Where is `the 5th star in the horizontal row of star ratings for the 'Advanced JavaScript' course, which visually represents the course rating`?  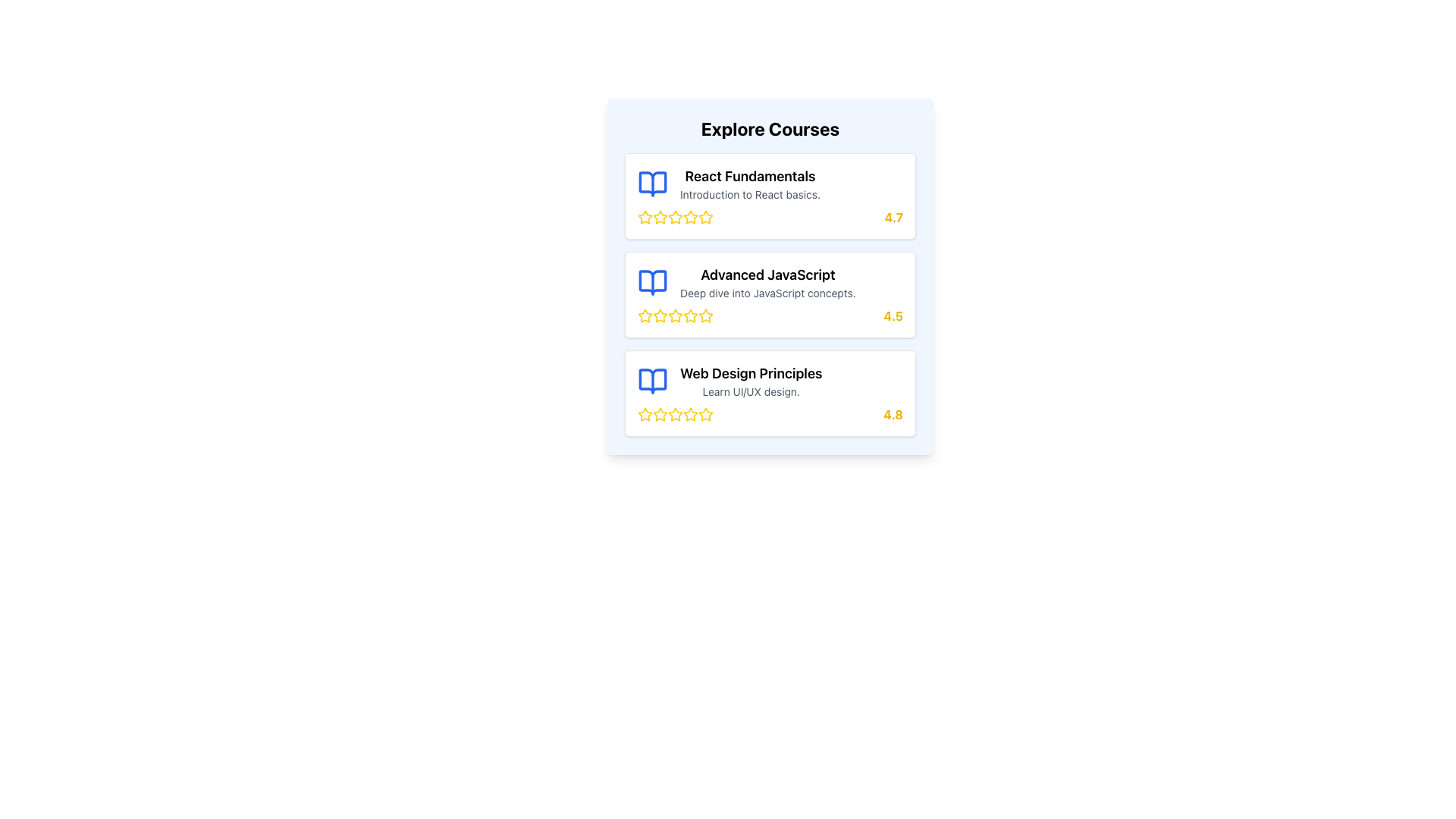
the 5th star in the horizontal row of star ratings for the 'Advanced JavaScript' course, which visually represents the course rating is located at coordinates (690, 315).